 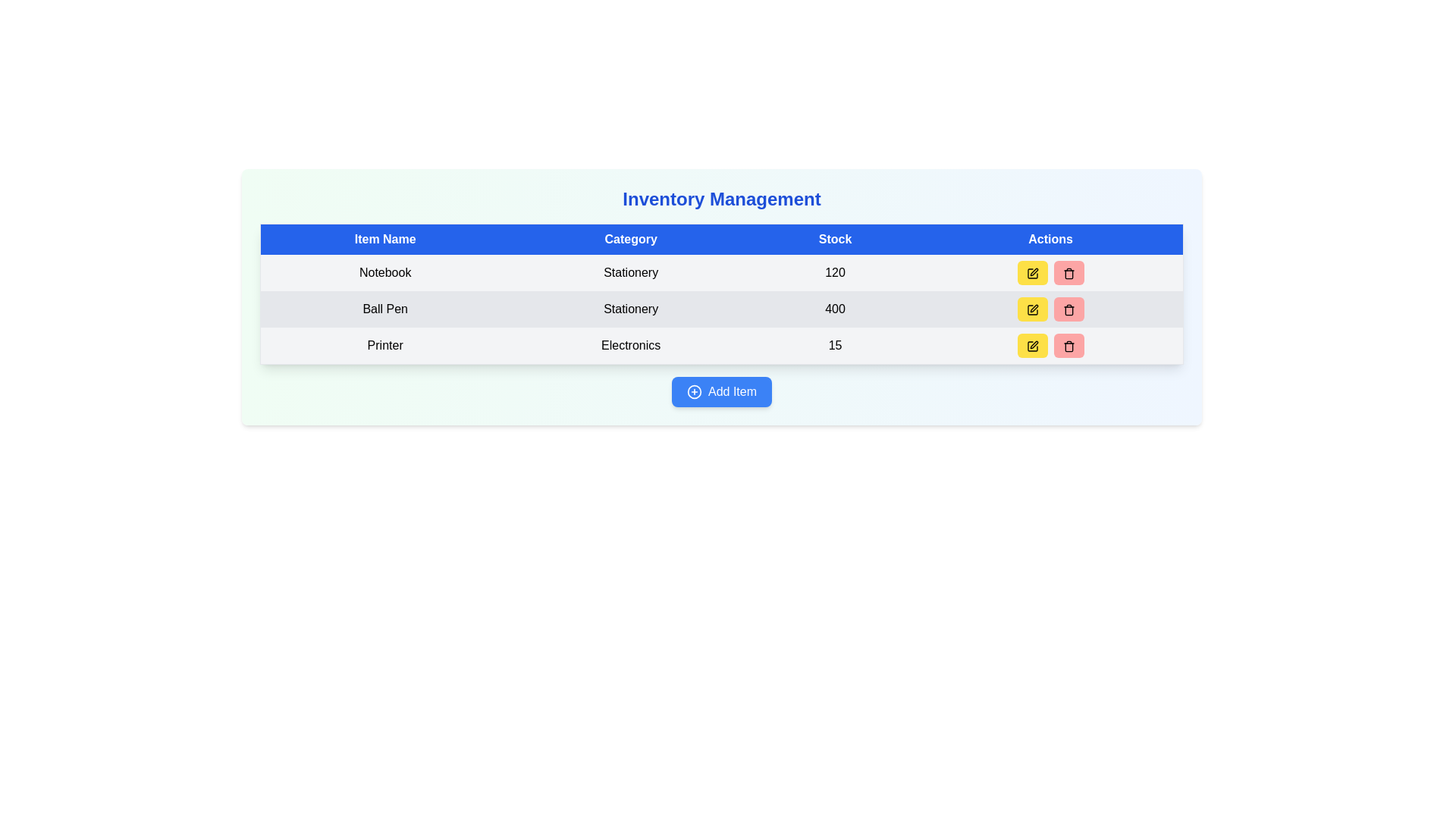 What do you see at coordinates (384, 239) in the screenshot?
I see `the 'Item Name' text label, which is the first column header in a table layout, featuring bold white text on a prominent blue background` at bounding box center [384, 239].